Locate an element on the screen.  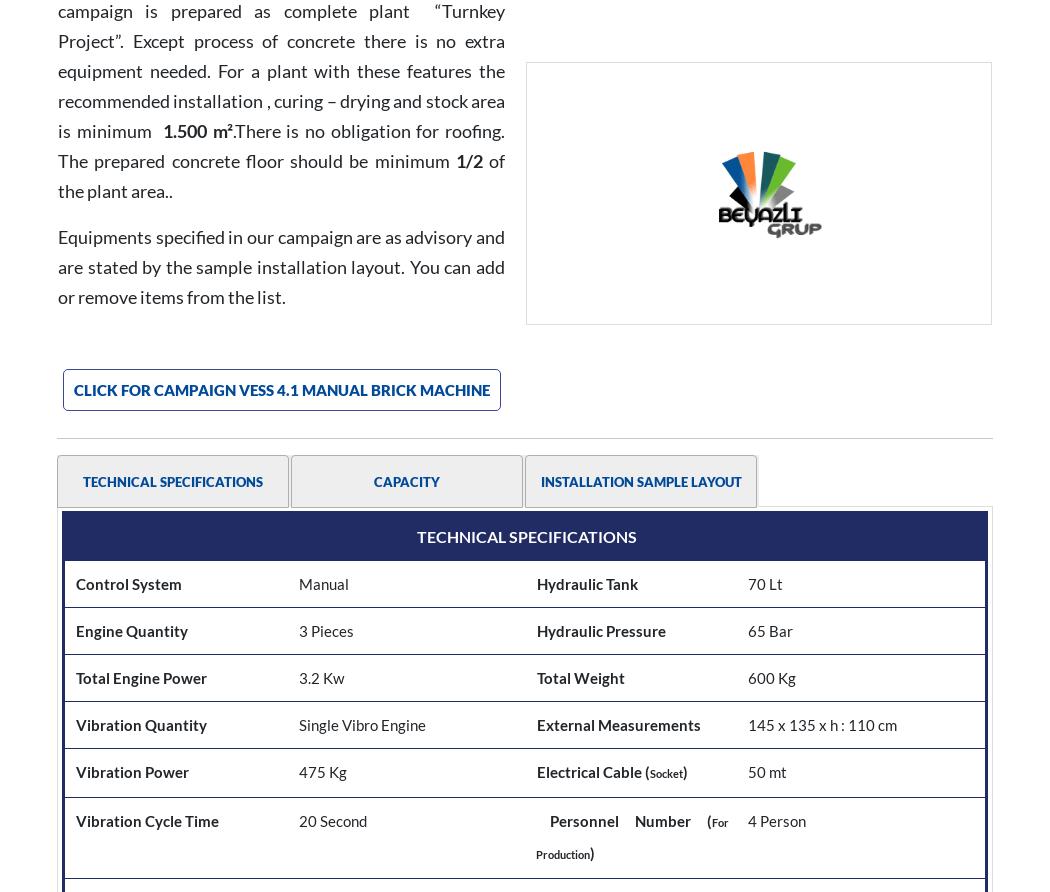
'FINGER CAR MACHINES' is located at coordinates (381, 847).